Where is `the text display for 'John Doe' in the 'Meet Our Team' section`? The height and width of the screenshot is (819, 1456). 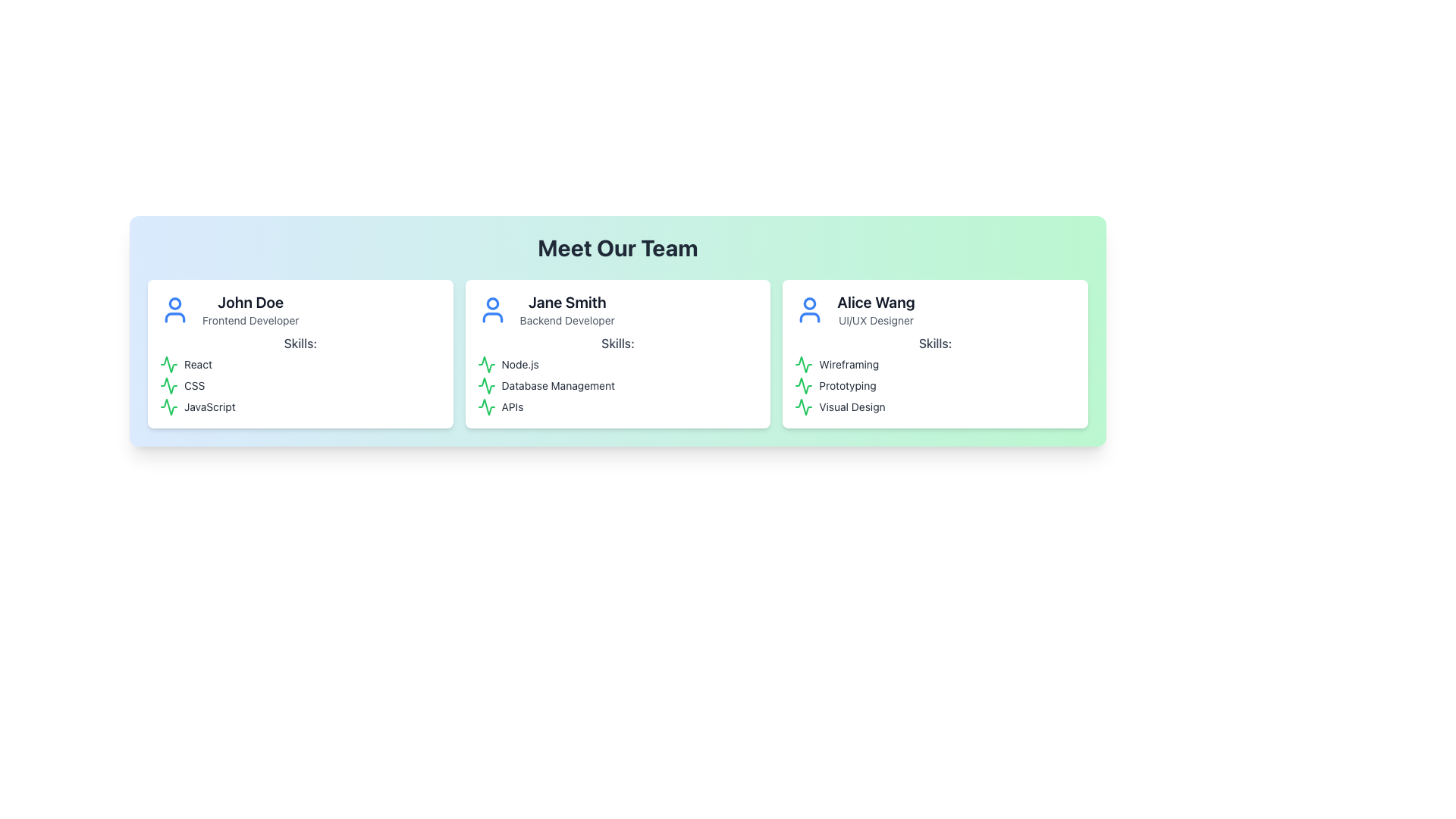 the text display for 'John Doe' in the 'Meet Our Team' section is located at coordinates (250, 309).